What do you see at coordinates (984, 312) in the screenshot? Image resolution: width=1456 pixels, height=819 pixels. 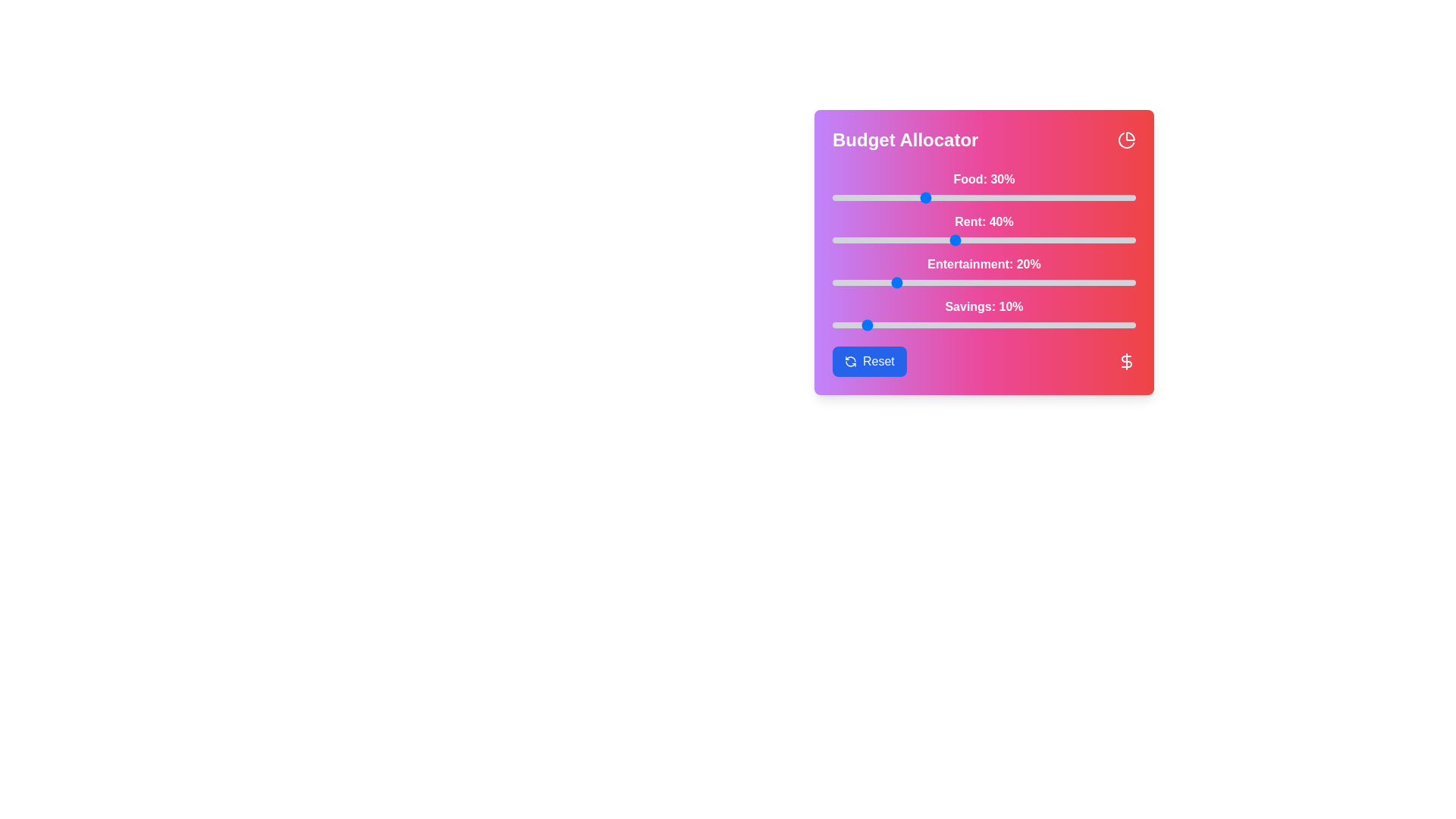 I see `the savings allocation slider element, which is the fourth entry in a vertical list of budget categories, located below 'Entertainment: 20%'` at bounding box center [984, 312].